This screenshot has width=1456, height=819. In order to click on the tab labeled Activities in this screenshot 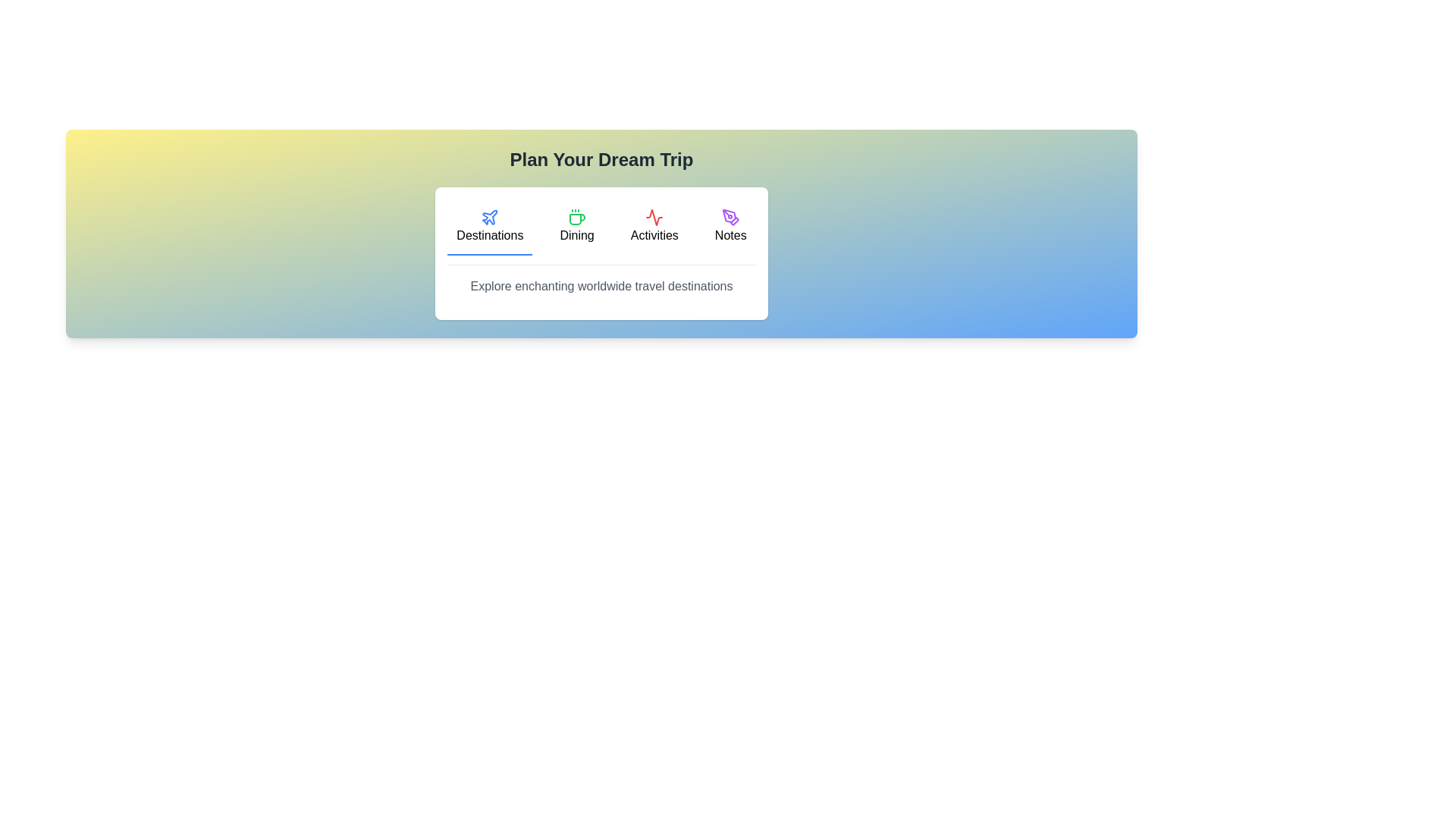, I will do `click(654, 227)`.